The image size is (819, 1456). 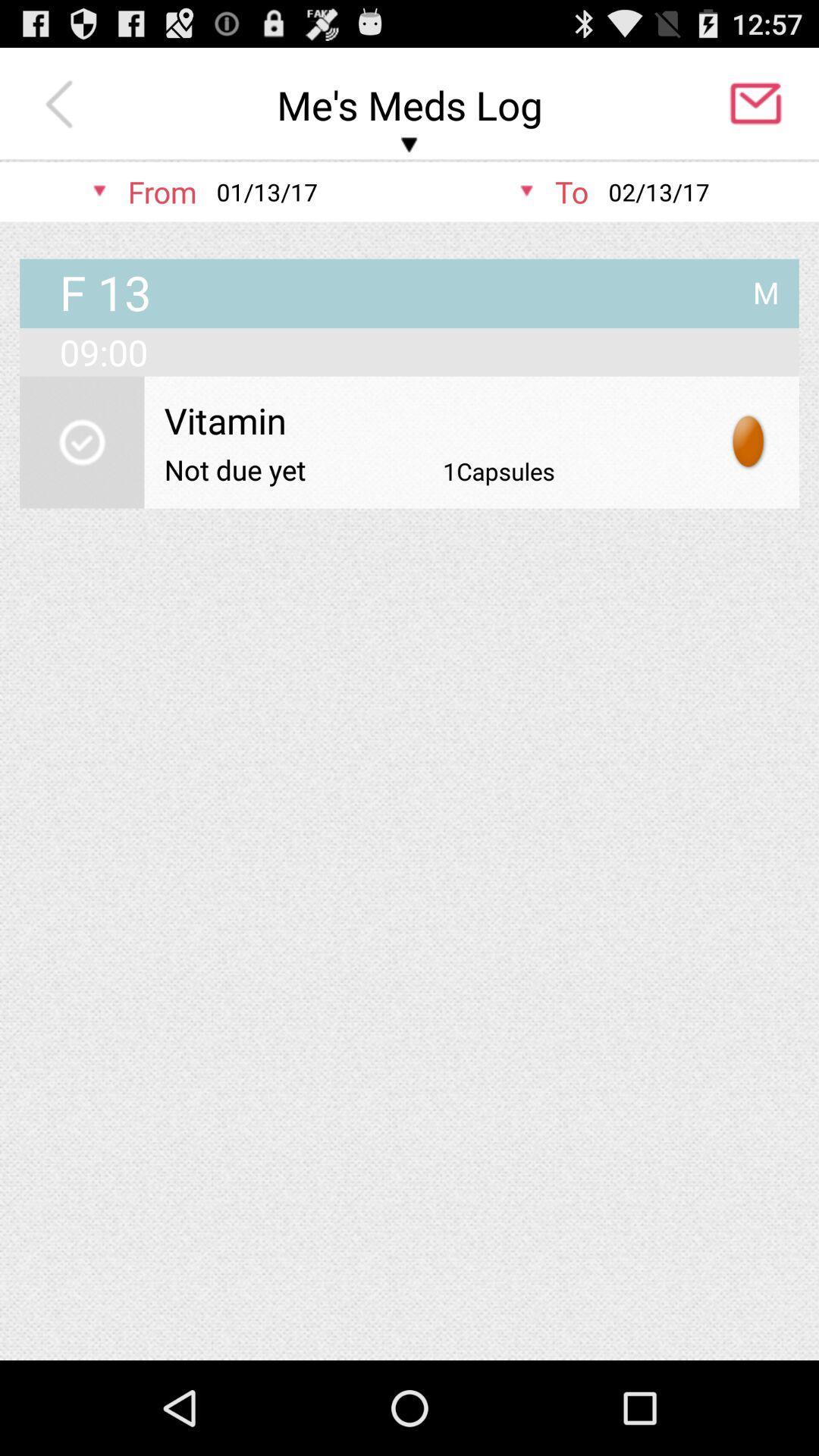 I want to click on the arrow_backward icon, so click(x=62, y=111).